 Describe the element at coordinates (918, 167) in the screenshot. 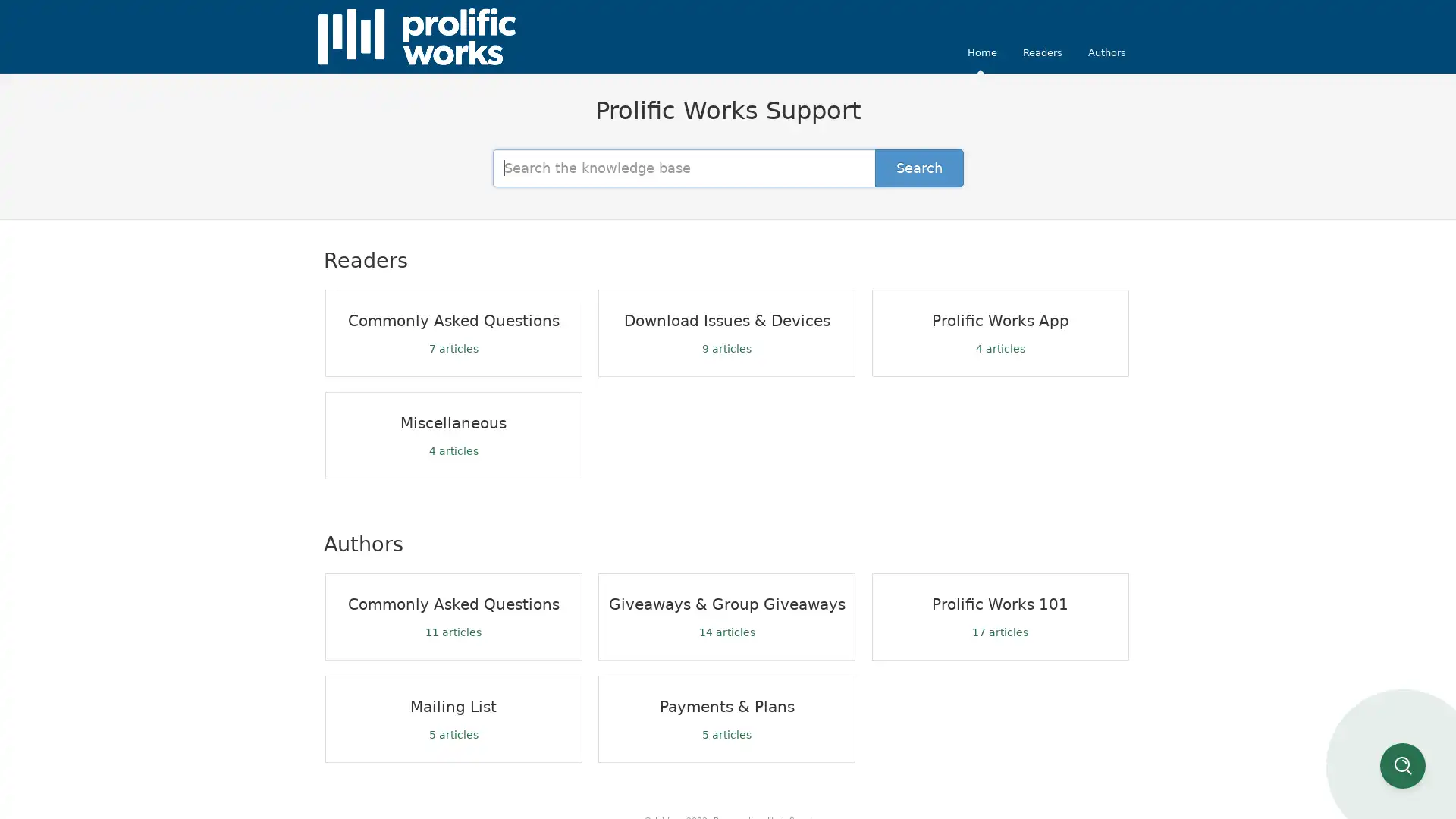

I see `Search` at that location.